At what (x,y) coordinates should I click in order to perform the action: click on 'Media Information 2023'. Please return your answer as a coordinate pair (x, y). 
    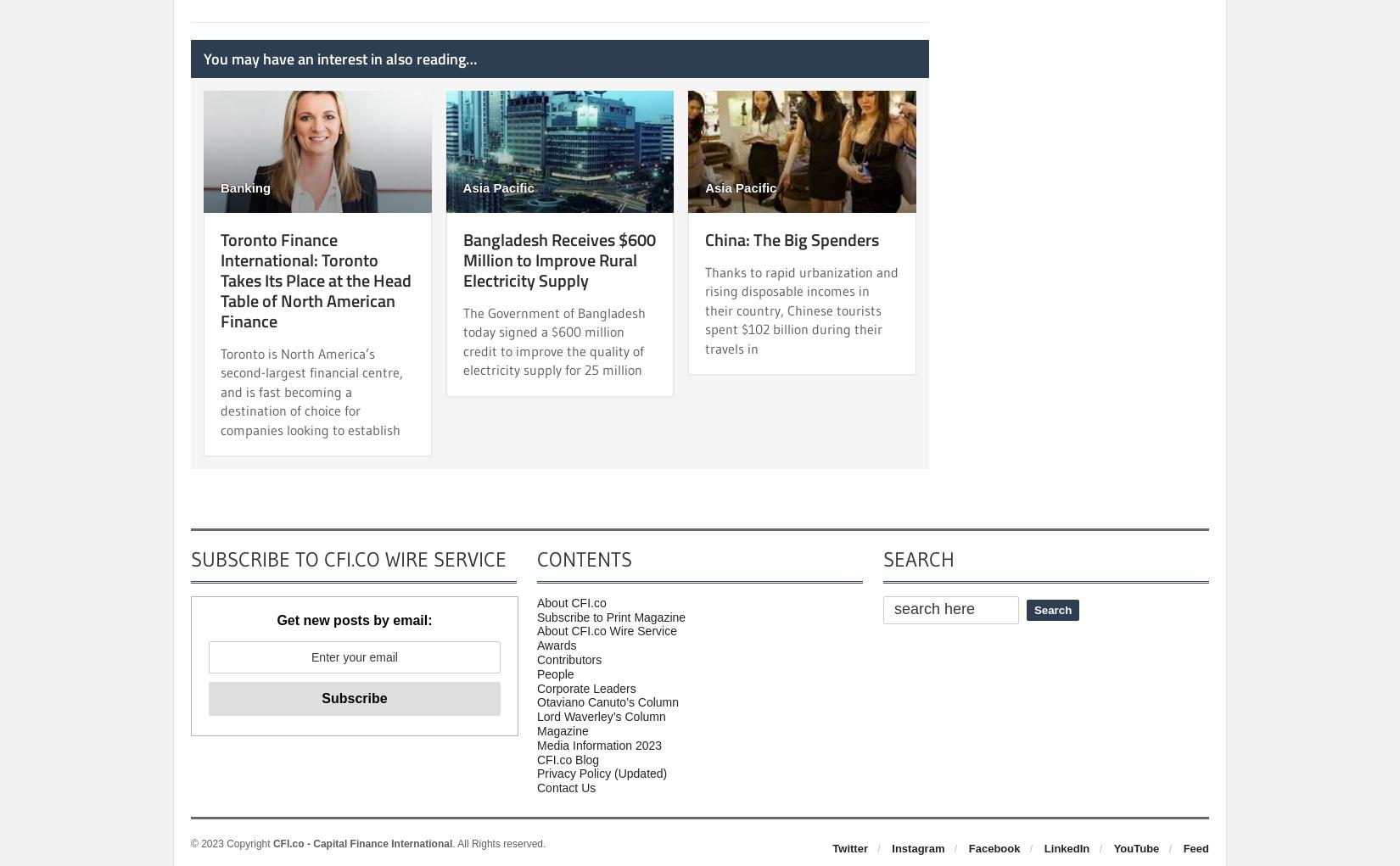
    Looking at the image, I should click on (598, 743).